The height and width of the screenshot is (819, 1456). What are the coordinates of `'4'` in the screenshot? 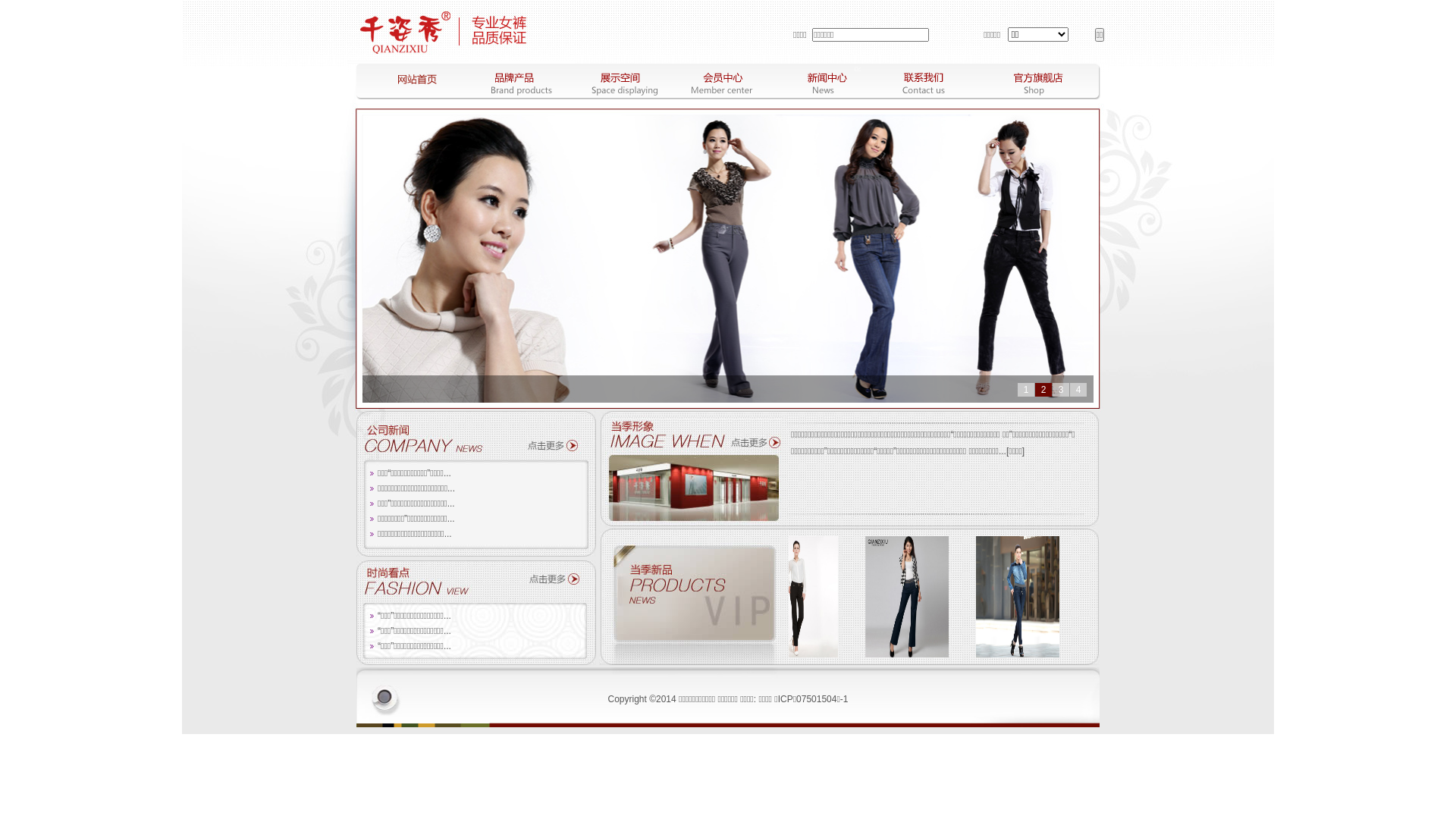 It's located at (1077, 388).